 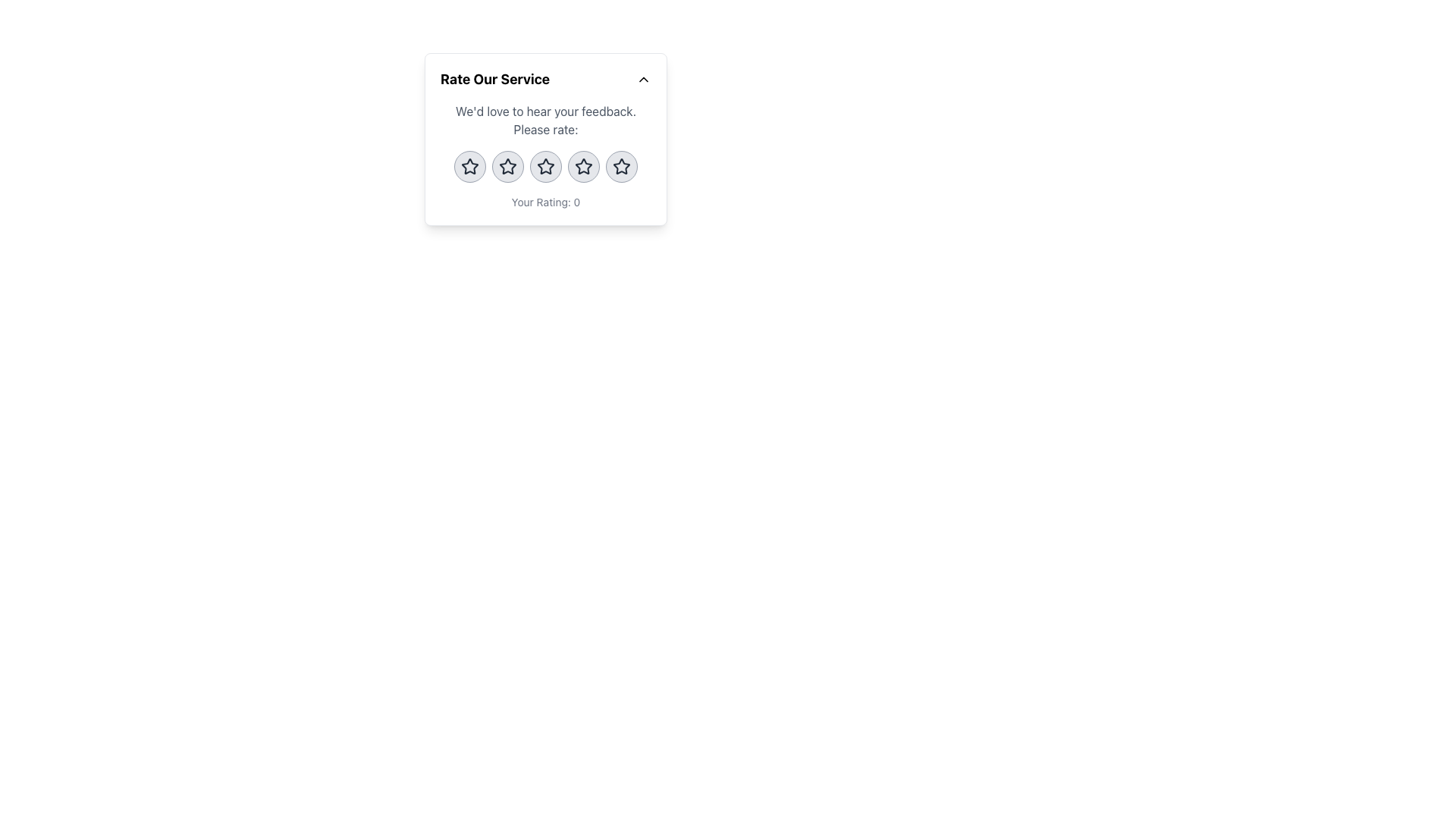 What do you see at coordinates (508, 166) in the screenshot?
I see `the second star-shaped icon in the rating component` at bounding box center [508, 166].